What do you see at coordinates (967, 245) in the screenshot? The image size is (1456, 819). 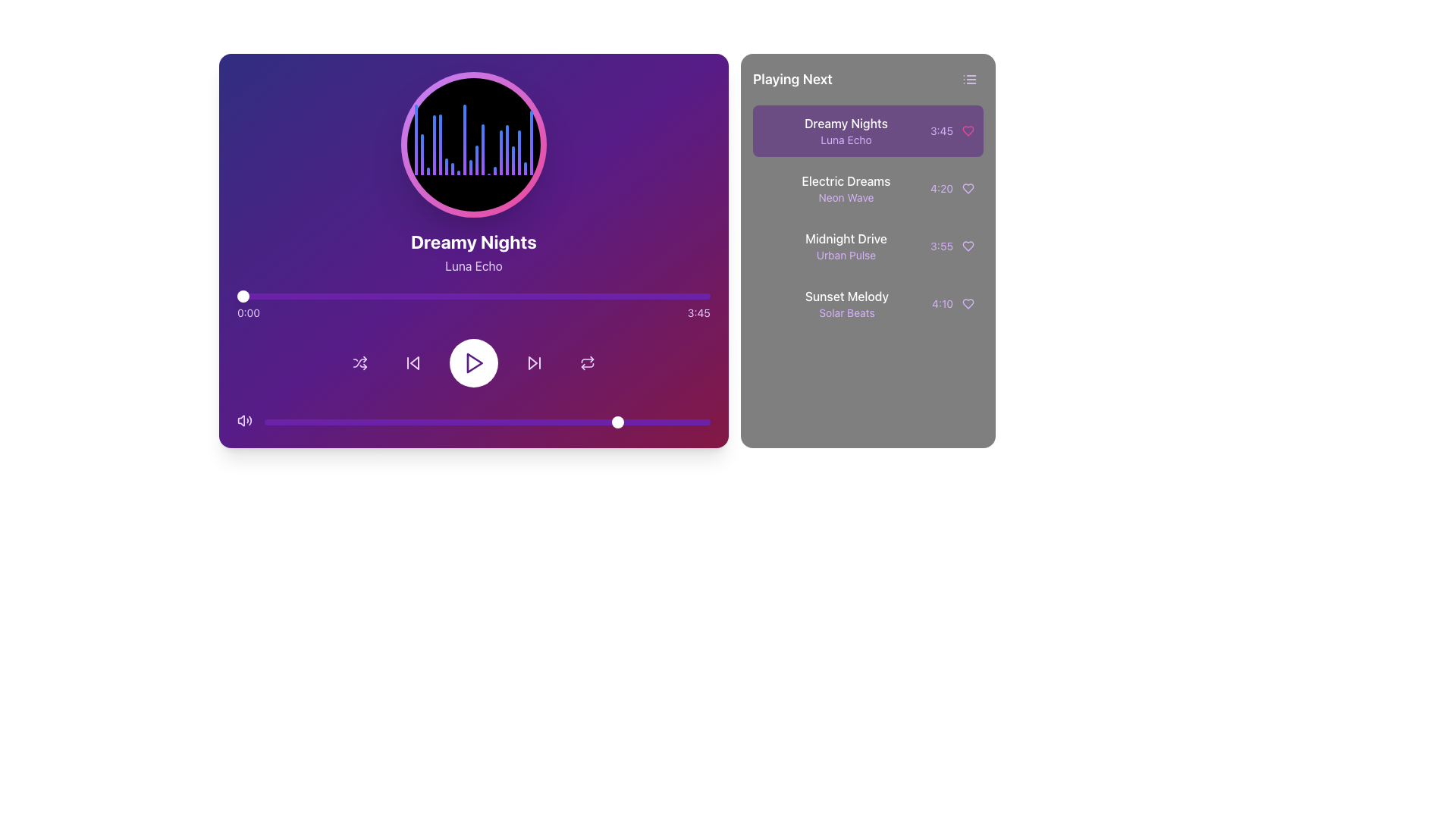 I see `the center of the heart-shaped button outlined in purple, located to the right of the '3:55' duration in the 'Playing Next' section of the playlist` at bounding box center [967, 245].